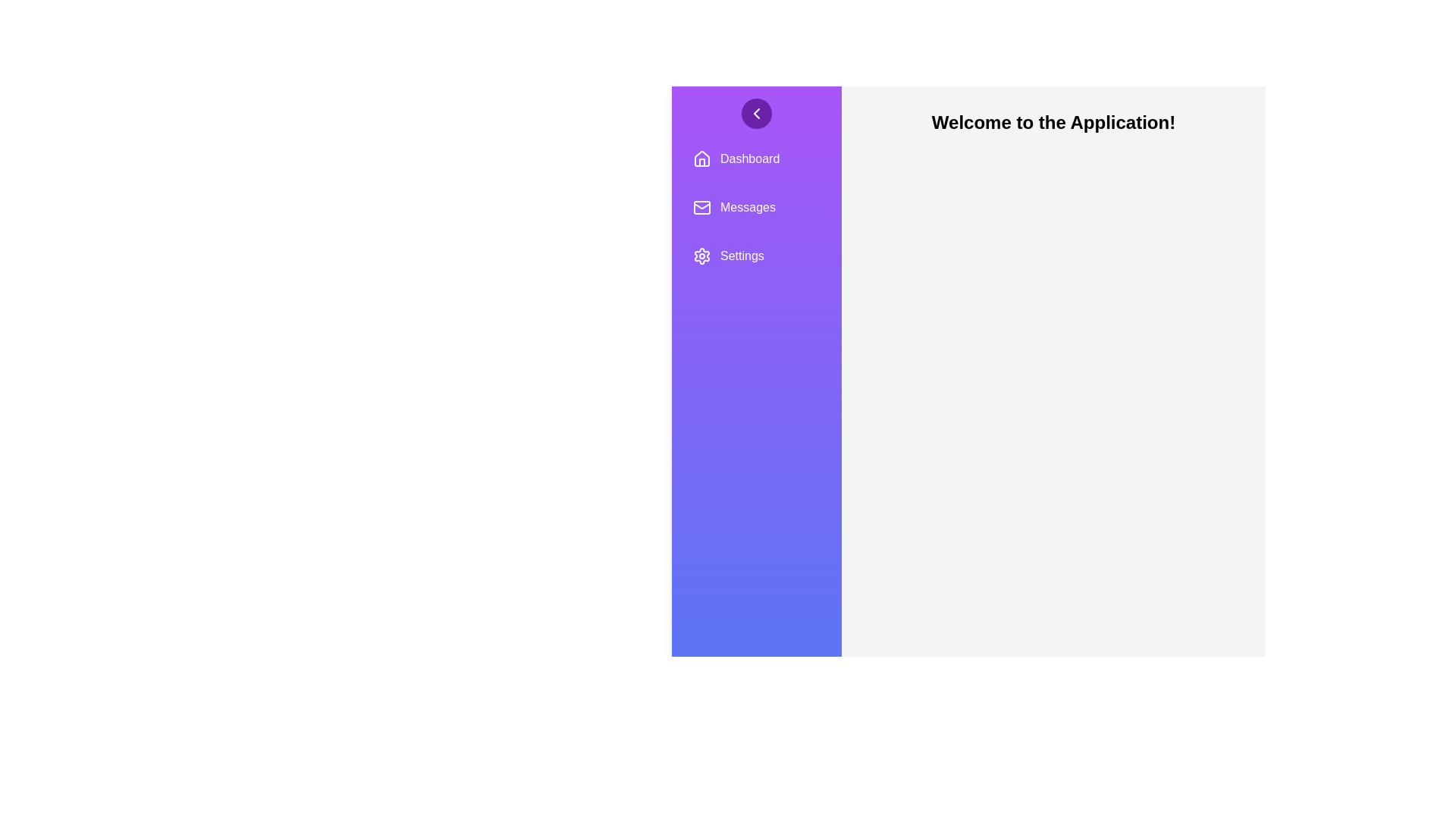  What do you see at coordinates (757, 207) in the screenshot?
I see `a specific item in the Navigation Menu` at bounding box center [757, 207].